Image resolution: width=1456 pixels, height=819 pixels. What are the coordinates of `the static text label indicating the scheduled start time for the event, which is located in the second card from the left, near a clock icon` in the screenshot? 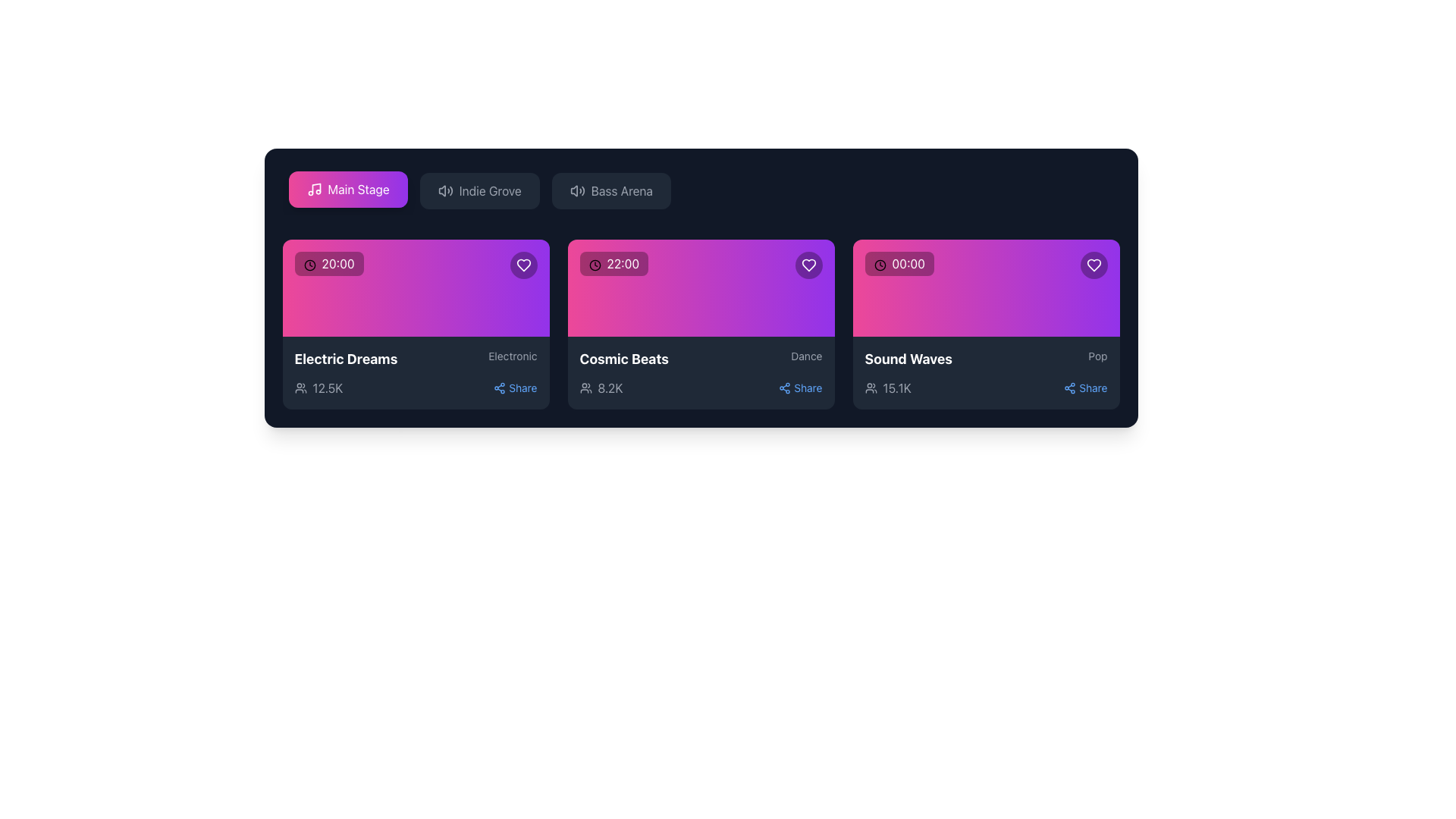 It's located at (623, 262).